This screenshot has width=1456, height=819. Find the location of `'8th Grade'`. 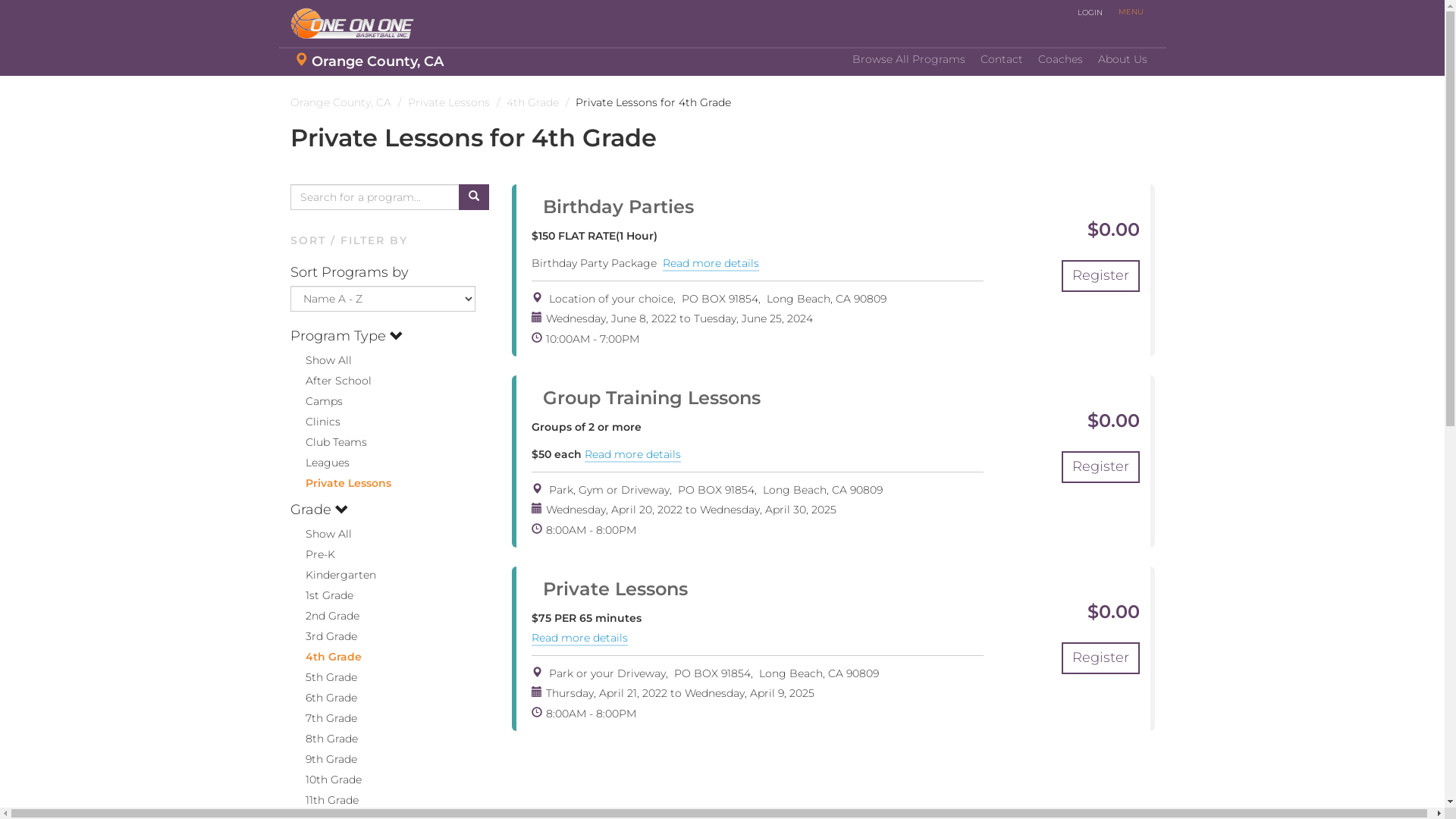

'8th Grade' is located at coordinates (322, 738).